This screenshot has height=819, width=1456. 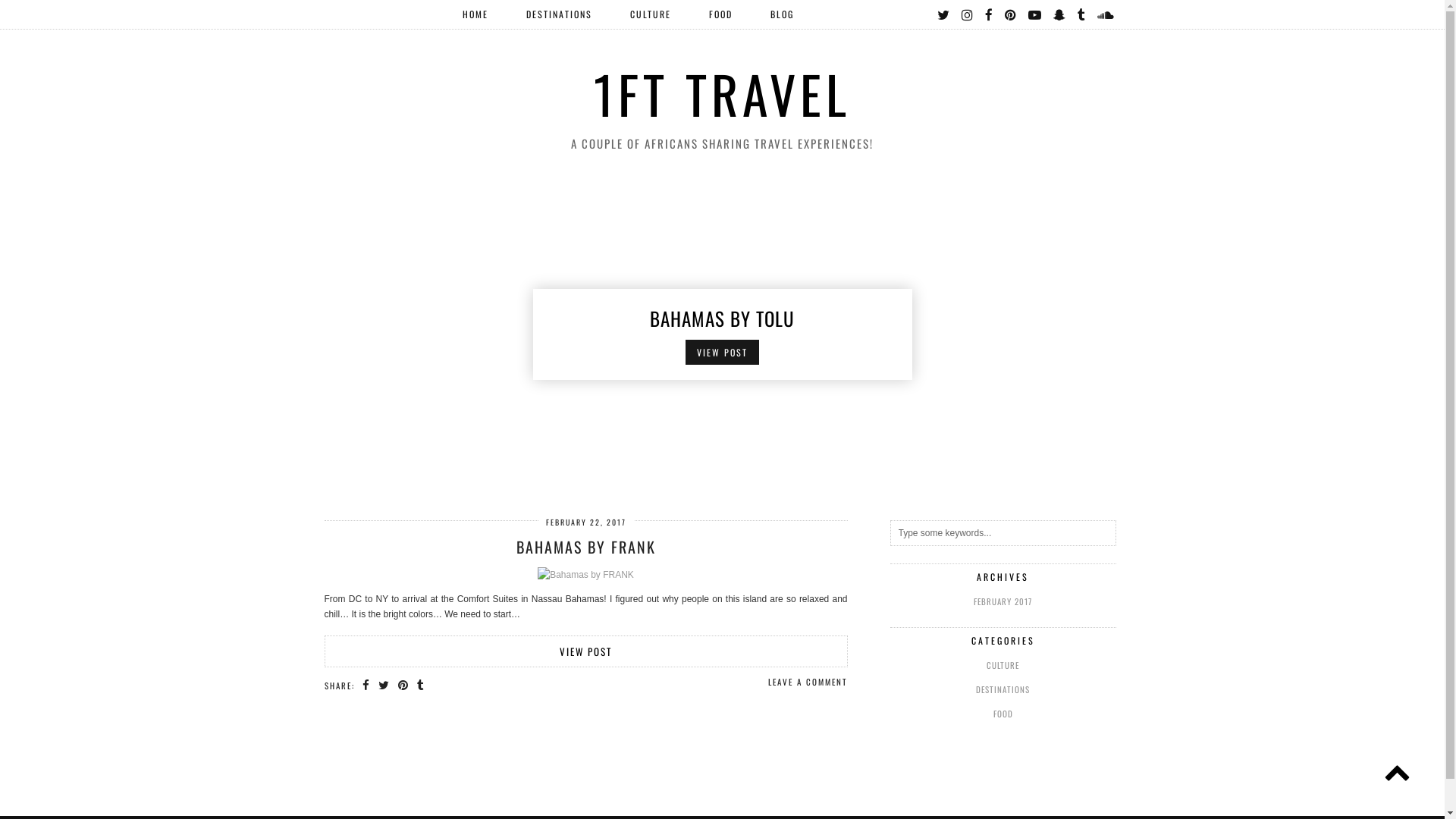 I want to click on 'FOOD', so click(x=890, y=714).